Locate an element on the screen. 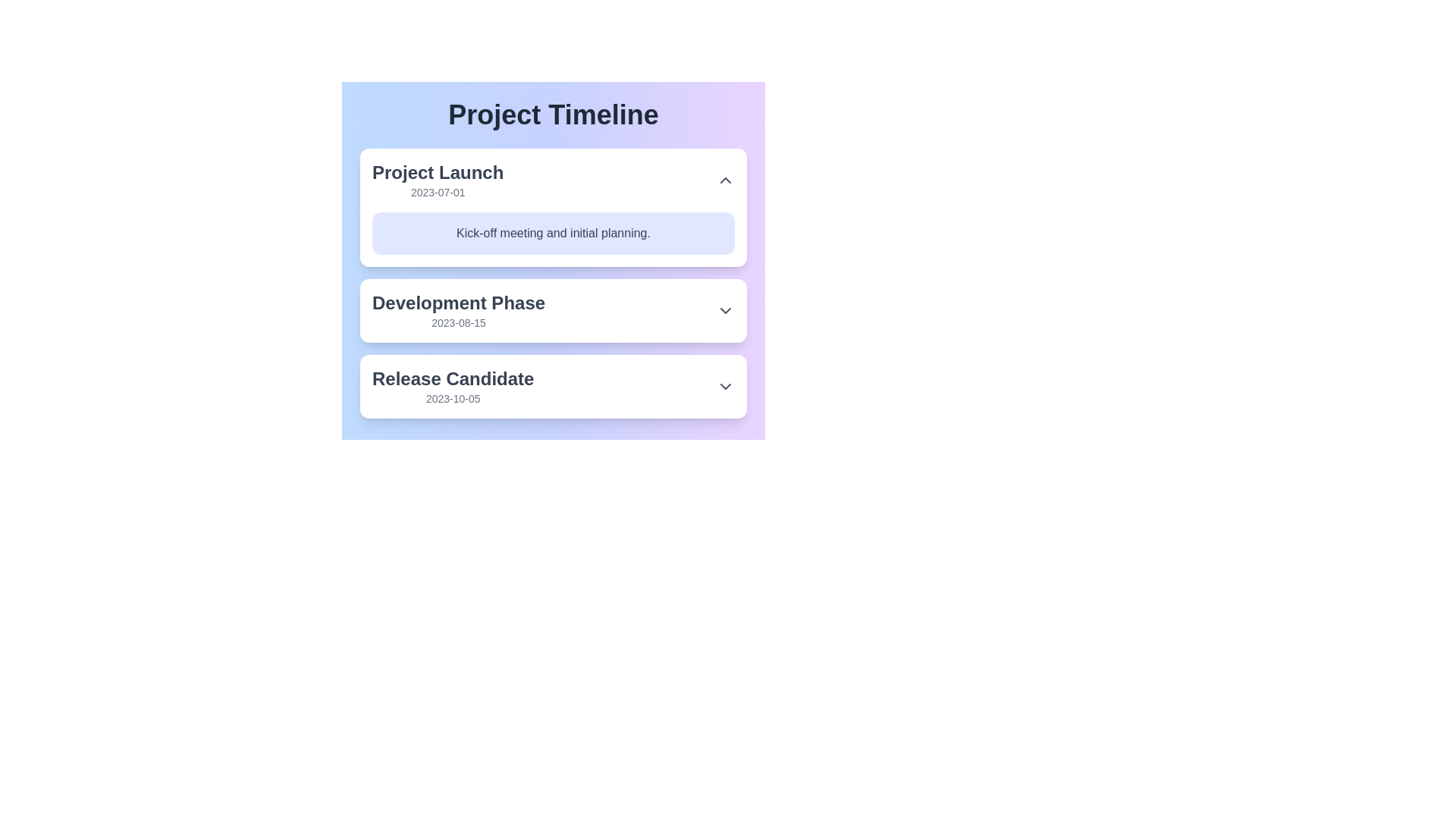  title and date label for the 'Project Launch' phase located in the first section of the 'Project Timeline' list, situated above 'Development Phase' and 'Release Candidate.' is located at coordinates (437, 180).